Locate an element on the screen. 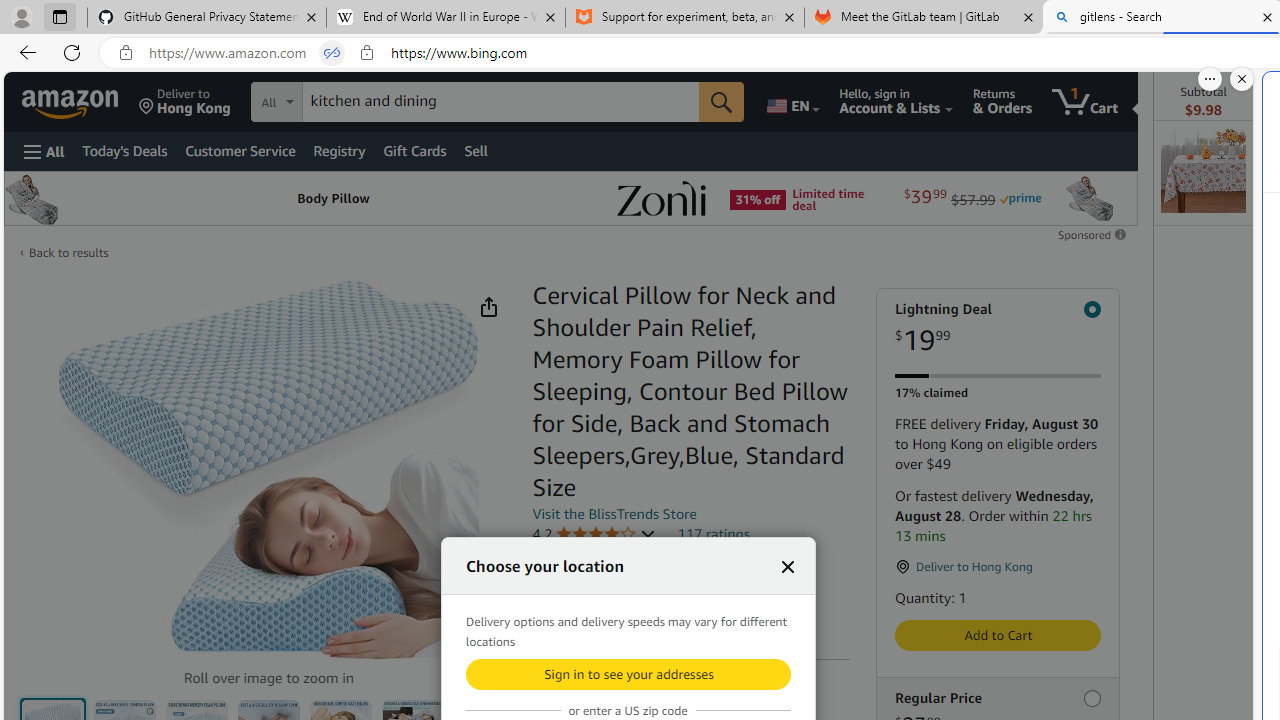 The height and width of the screenshot is (720, 1280). '4.2 4.2 out of 5 stars' is located at coordinates (592, 533).